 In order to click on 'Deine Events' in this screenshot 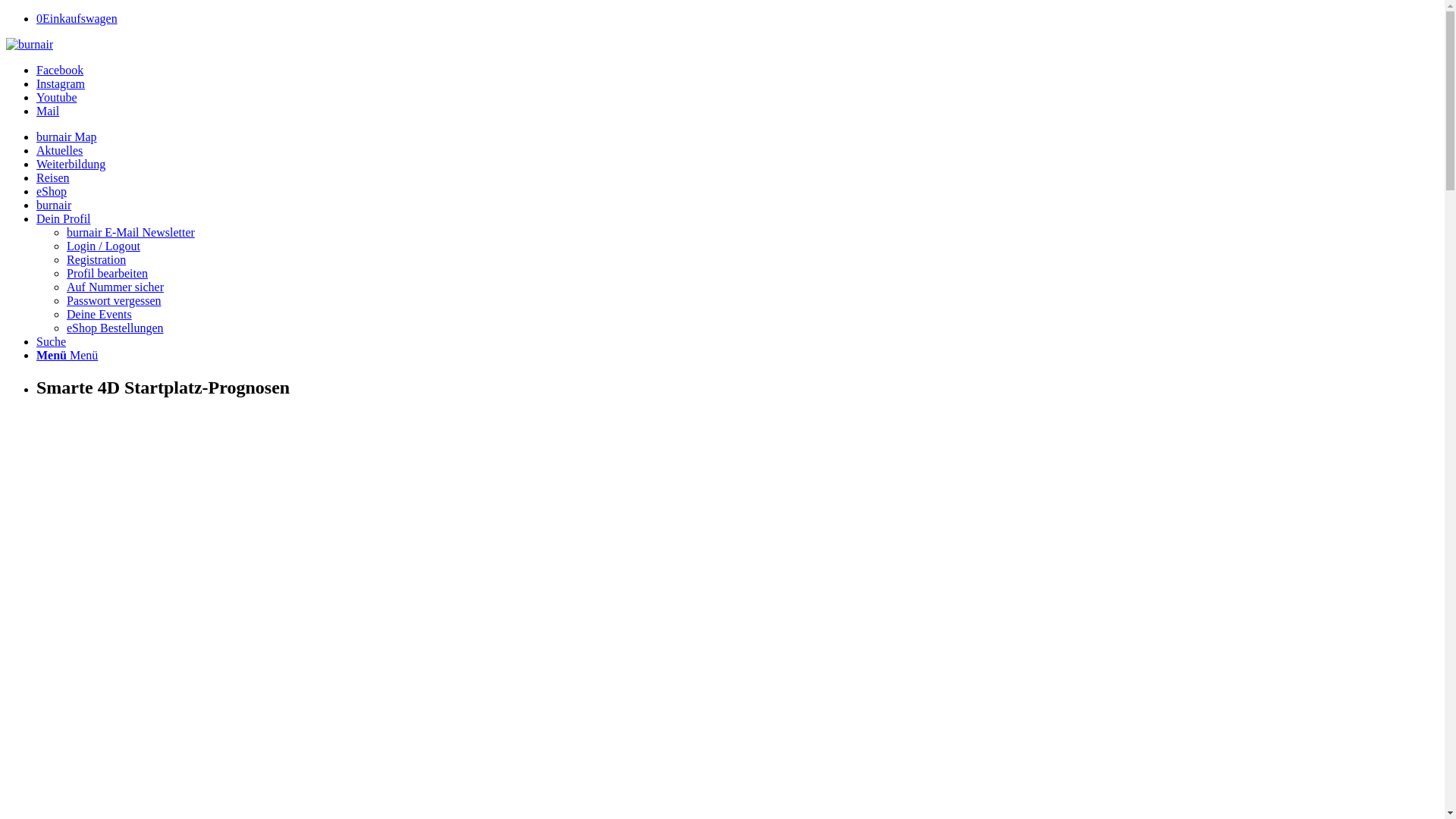, I will do `click(65, 313)`.